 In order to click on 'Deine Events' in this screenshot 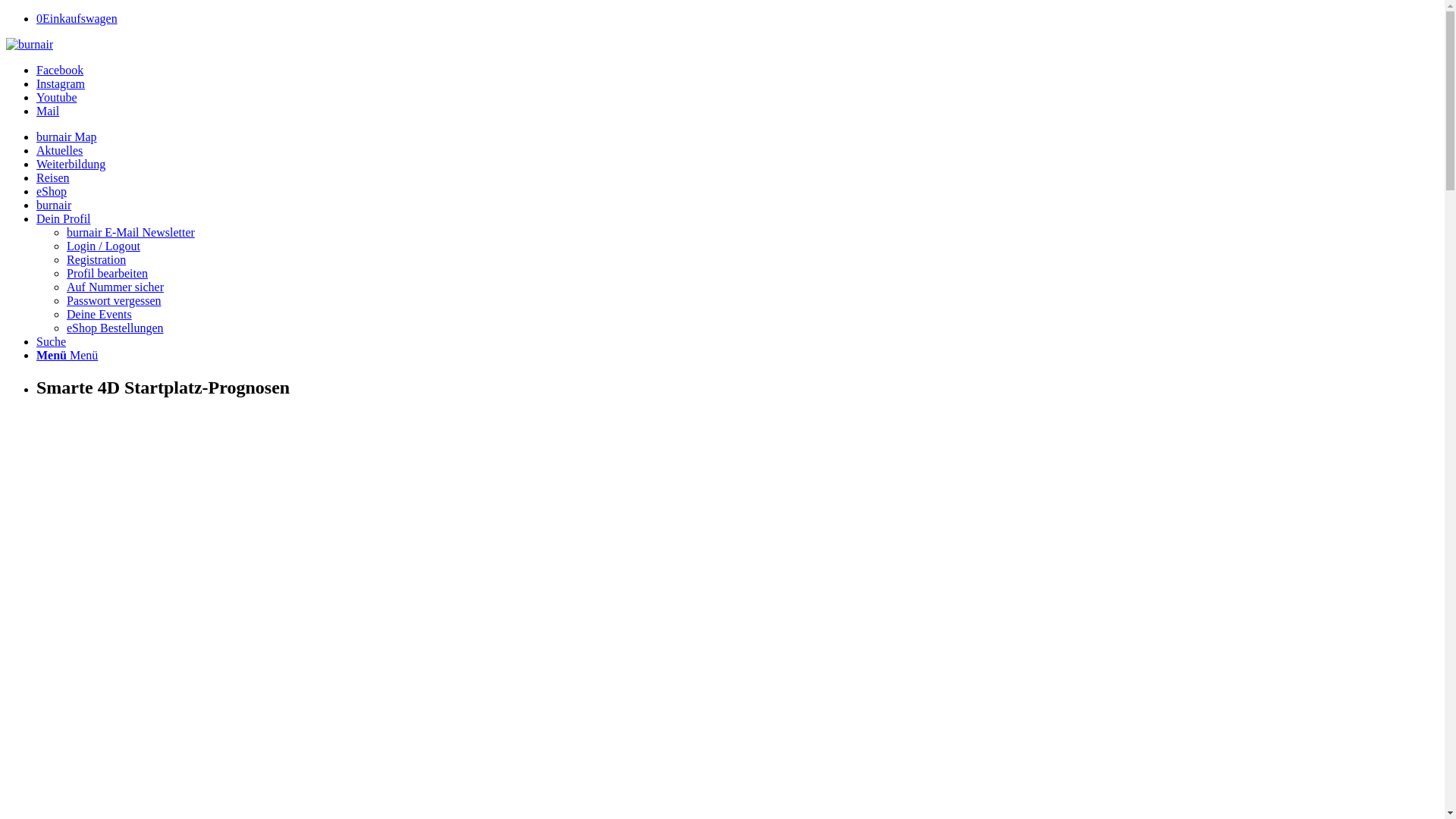, I will do `click(65, 313)`.